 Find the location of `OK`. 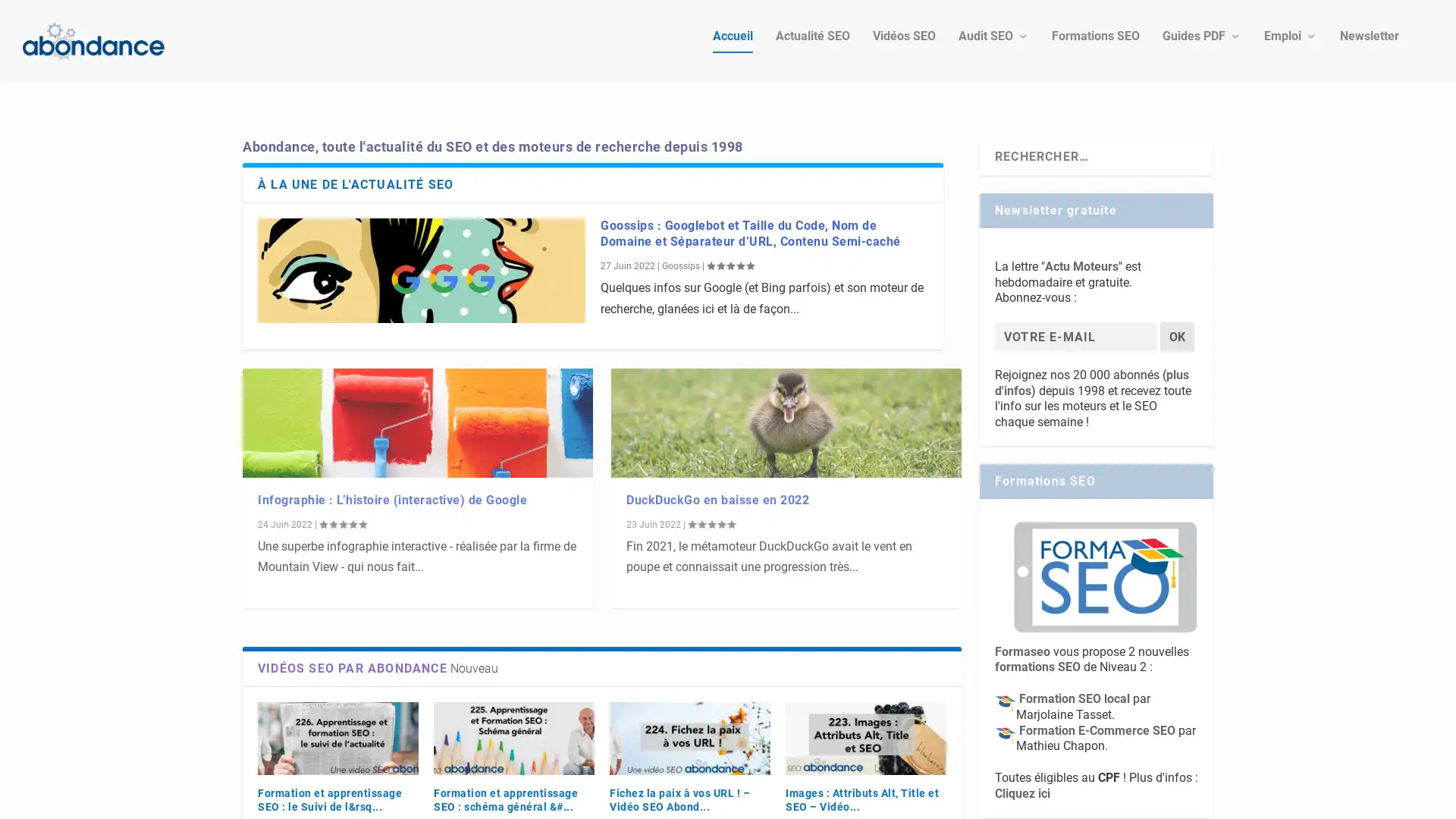

OK is located at coordinates (1176, 311).